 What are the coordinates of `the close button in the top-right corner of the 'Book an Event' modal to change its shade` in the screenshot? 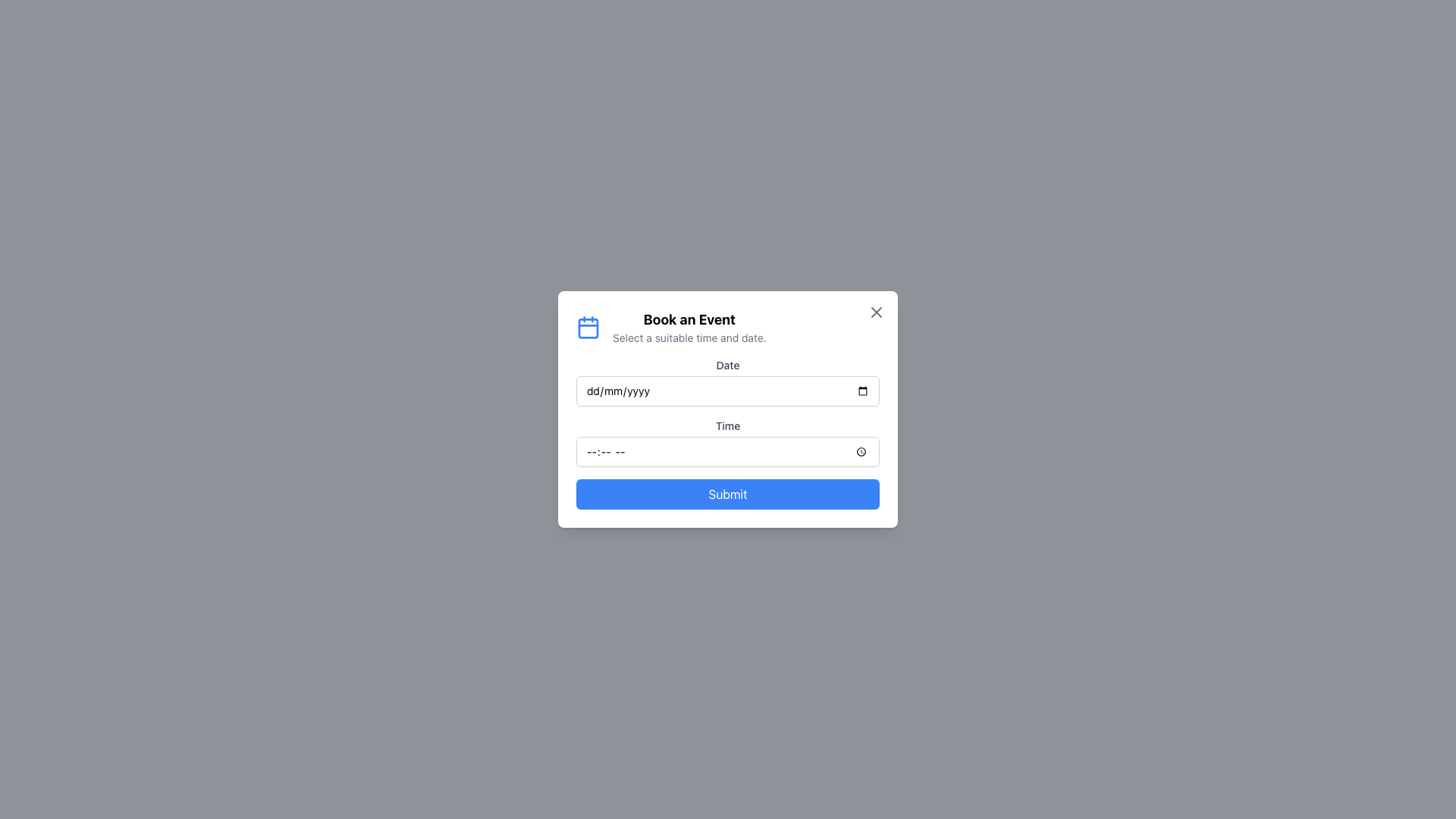 It's located at (877, 312).